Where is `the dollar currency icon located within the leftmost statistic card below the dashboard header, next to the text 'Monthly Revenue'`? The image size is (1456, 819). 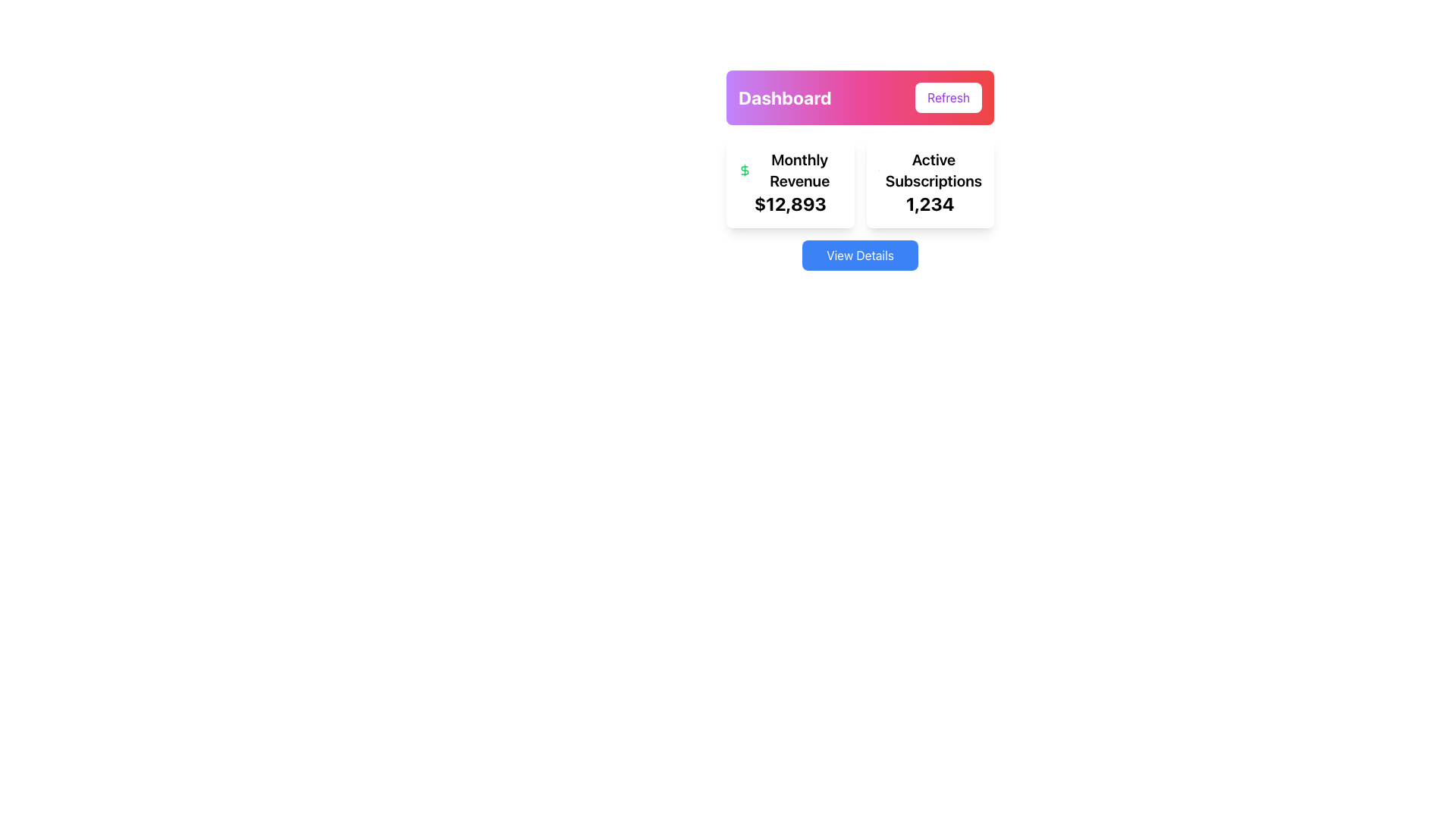
the dollar currency icon located within the leftmost statistic card below the dashboard header, next to the text 'Monthly Revenue' is located at coordinates (745, 170).